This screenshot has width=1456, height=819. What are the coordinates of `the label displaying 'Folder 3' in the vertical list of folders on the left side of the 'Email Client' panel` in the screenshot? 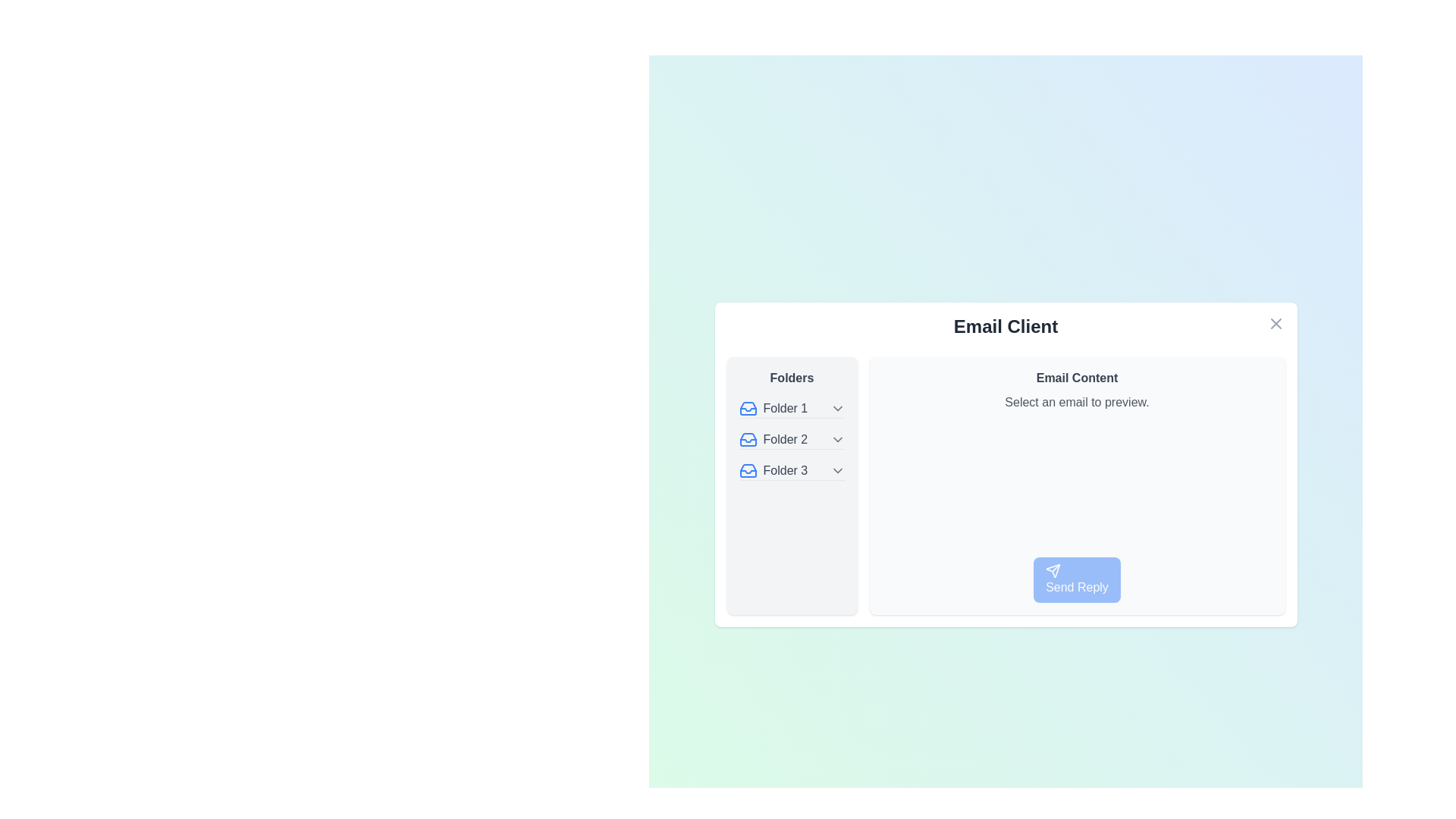 It's located at (785, 470).